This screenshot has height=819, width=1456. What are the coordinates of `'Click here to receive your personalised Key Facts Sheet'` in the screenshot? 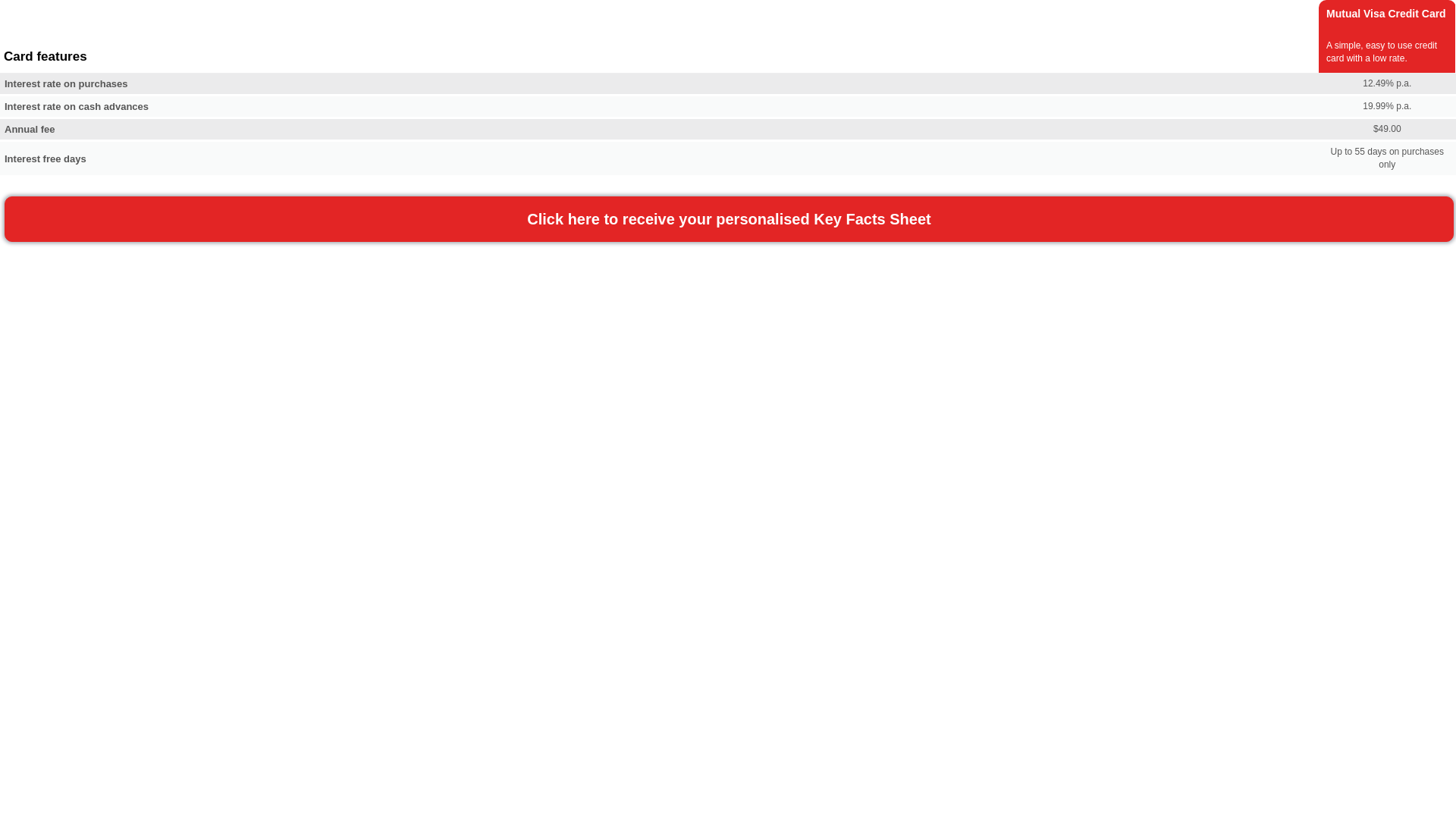 It's located at (729, 219).